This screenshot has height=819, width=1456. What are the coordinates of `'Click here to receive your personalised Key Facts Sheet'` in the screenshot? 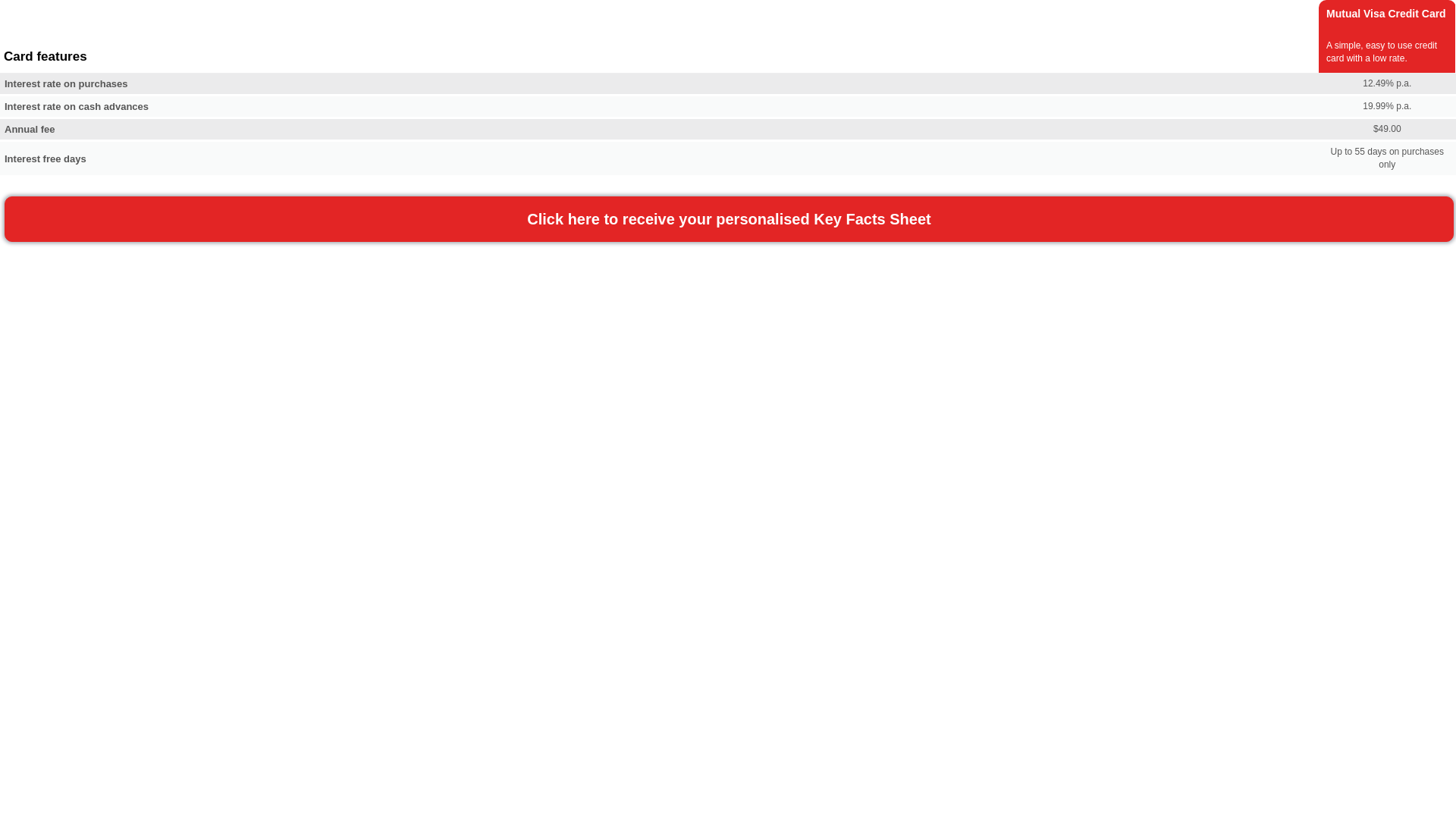 It's located at (729, 219).